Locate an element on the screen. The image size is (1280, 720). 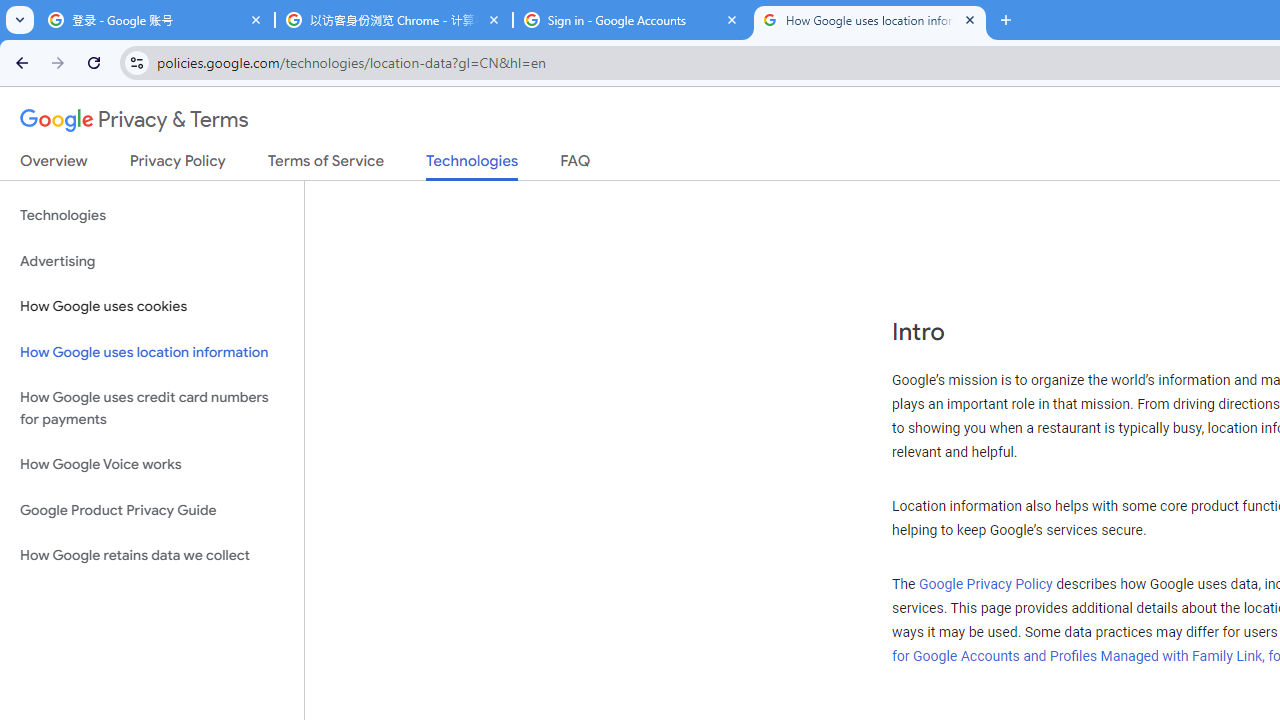
'Advertising' is located at coordinates (151, 260).